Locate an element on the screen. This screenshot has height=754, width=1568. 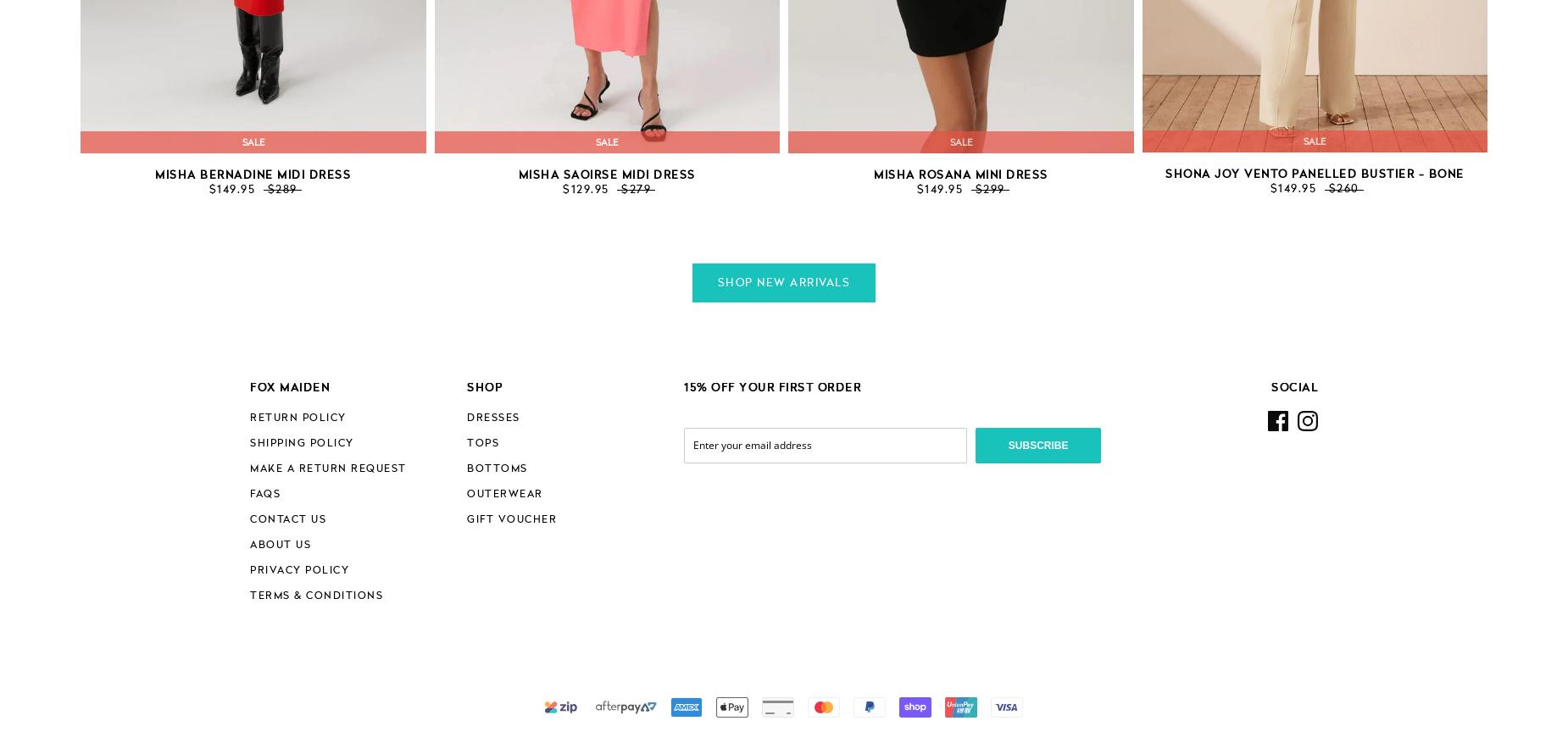
'Social' is located at coordinates (1294, 387).